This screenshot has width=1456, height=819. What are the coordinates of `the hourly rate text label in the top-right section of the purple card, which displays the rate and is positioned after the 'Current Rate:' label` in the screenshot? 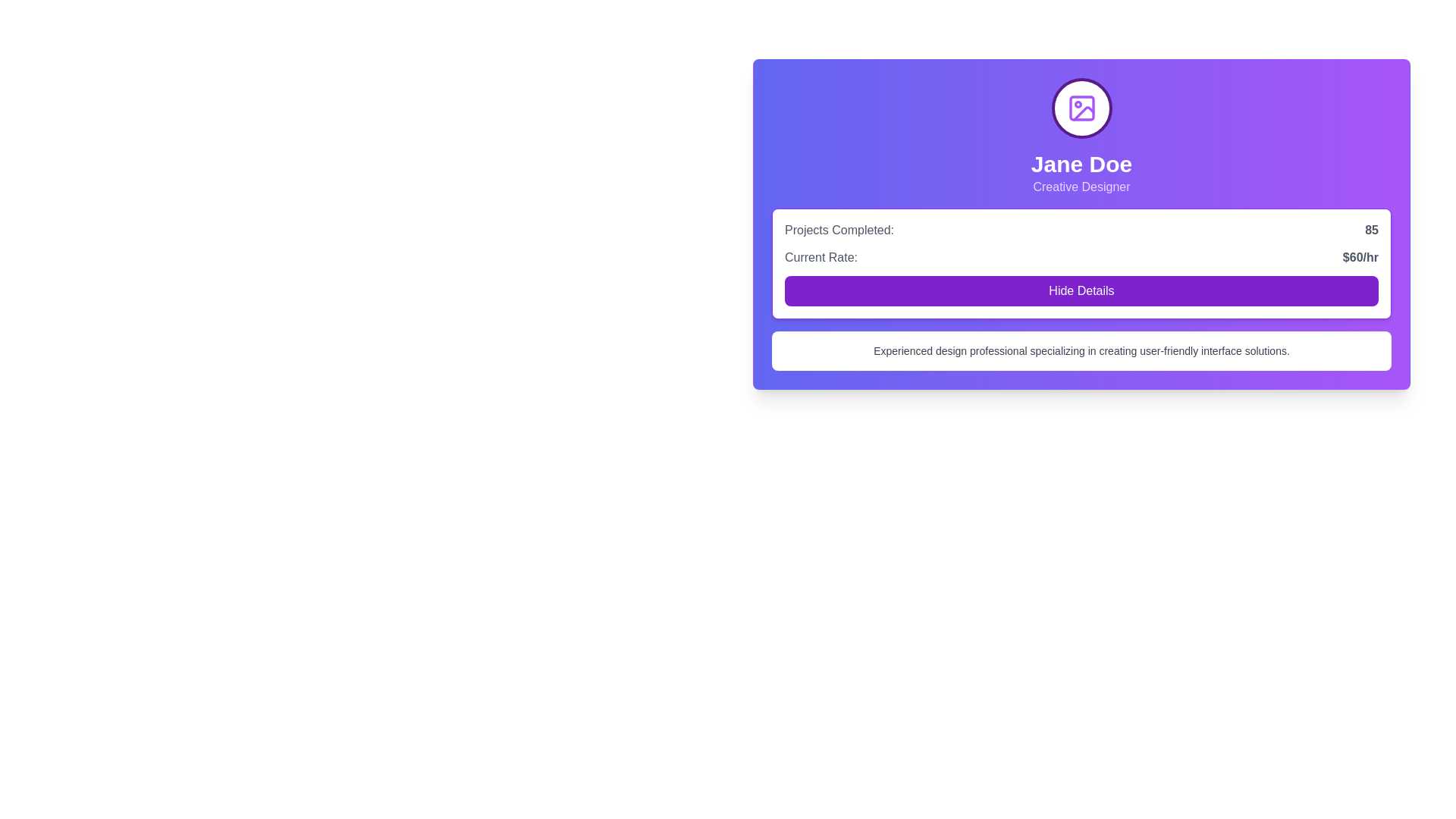 It's located at (1360, 256).